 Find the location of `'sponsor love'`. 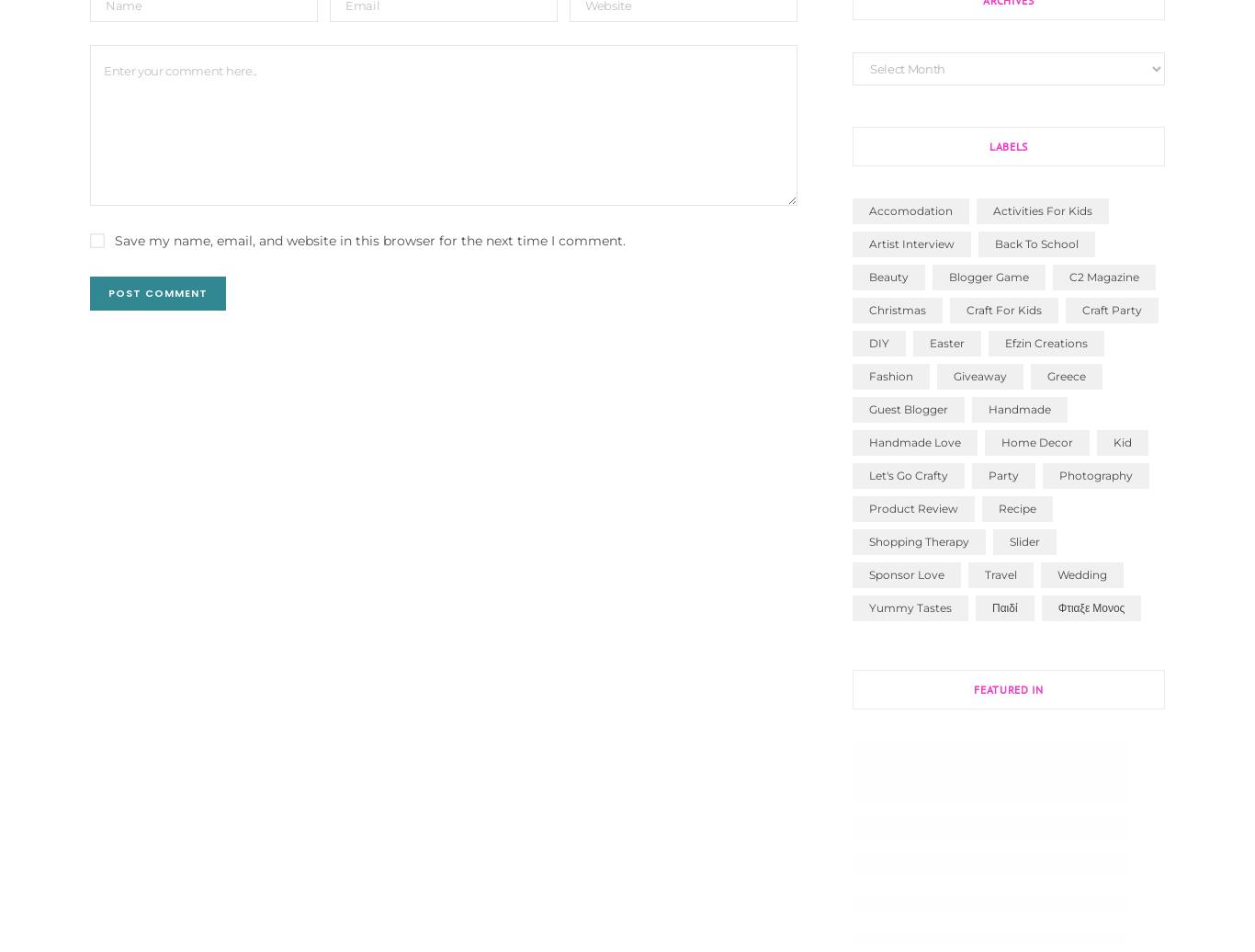

'sponsor love' is located at coordinates (906, 573).